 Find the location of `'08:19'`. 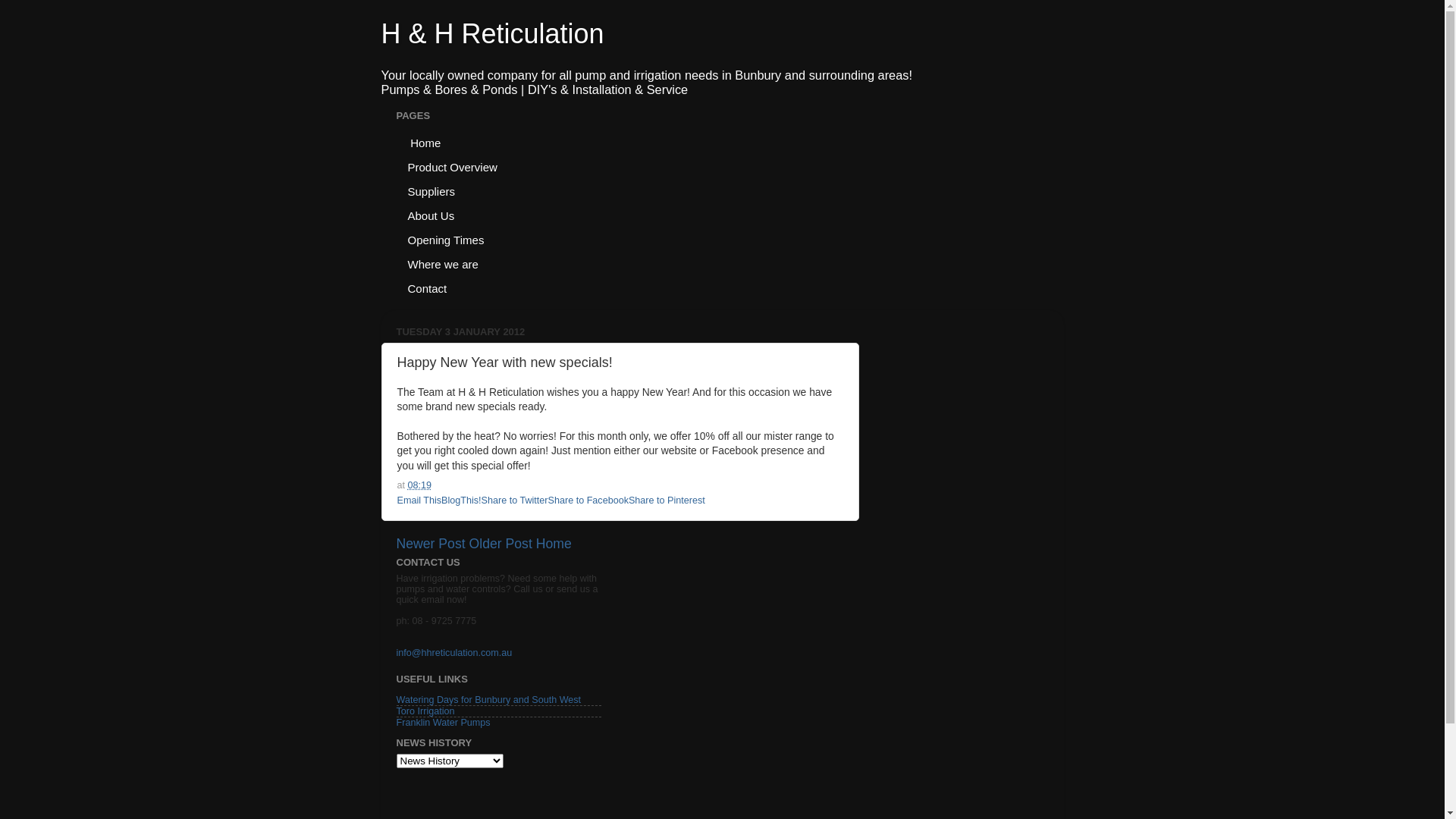

'08:19' is located at coordinates (419, 485).